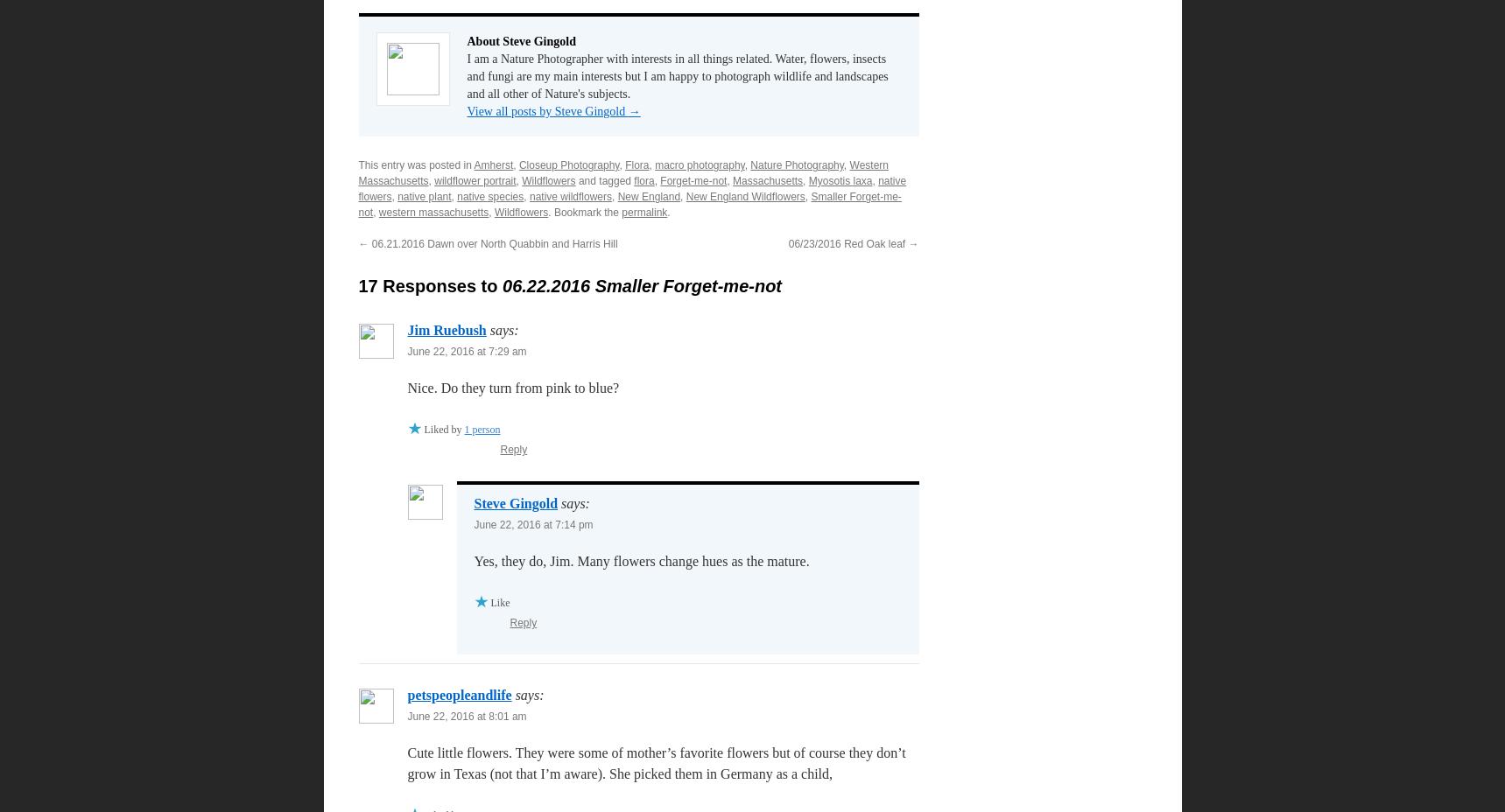 The width and height of the screenshot is (1505, 812). Describe the element at coordinates (643, 181) in the screenshot. I see `'flora'` at that location.